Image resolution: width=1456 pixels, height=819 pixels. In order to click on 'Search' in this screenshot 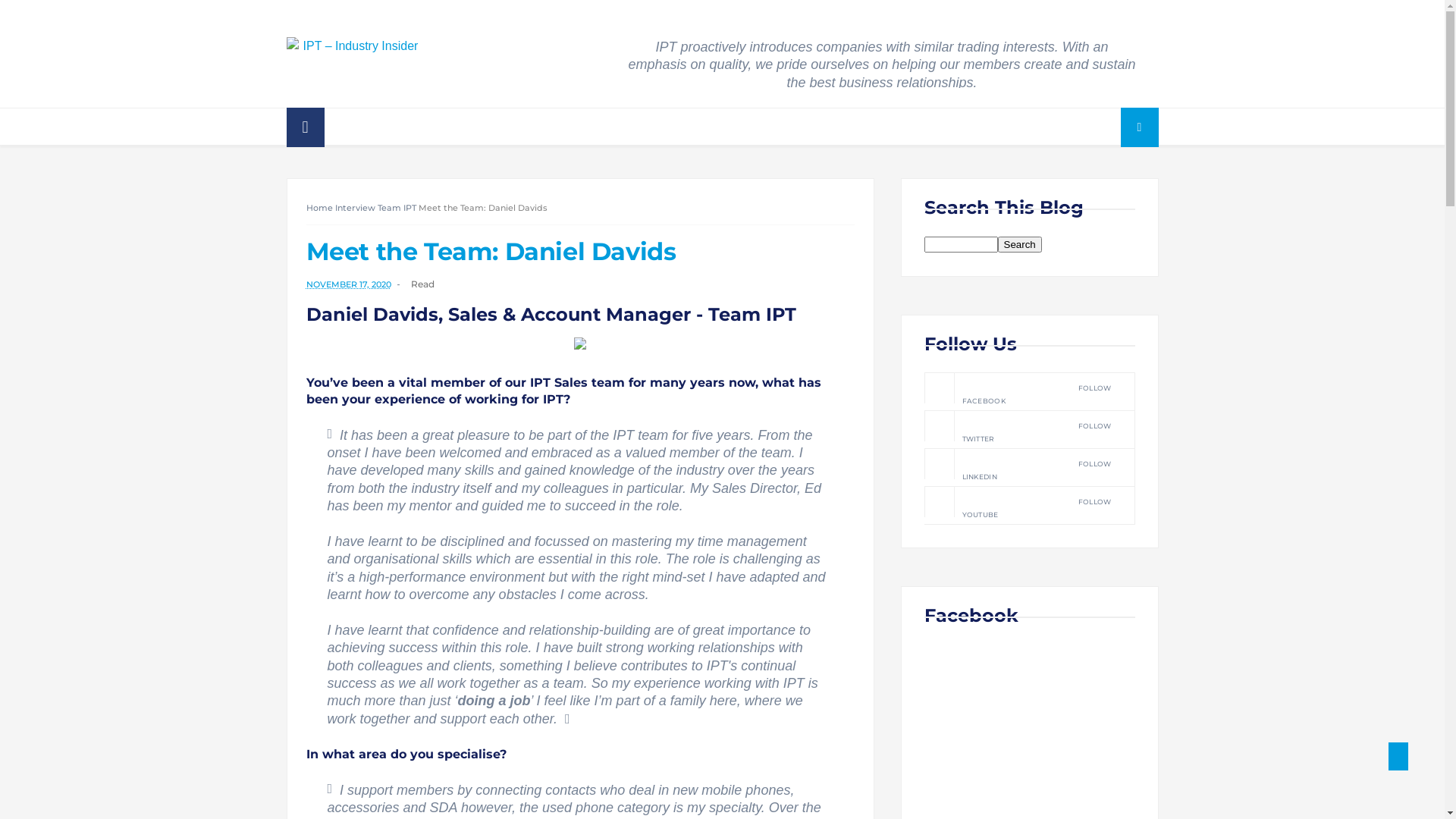, I will do `click(1019, 243)`.